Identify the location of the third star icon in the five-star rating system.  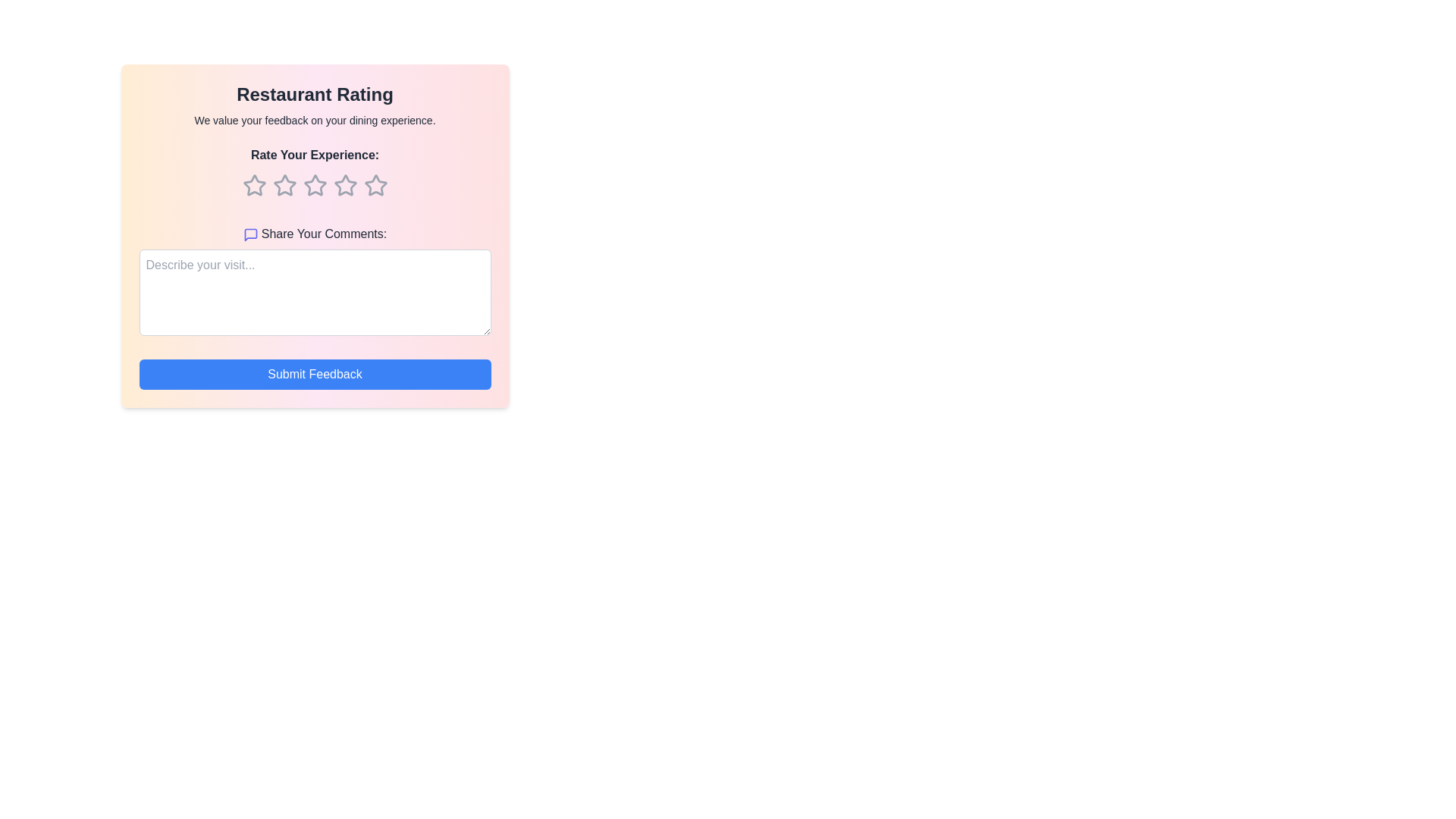
(344, 184).